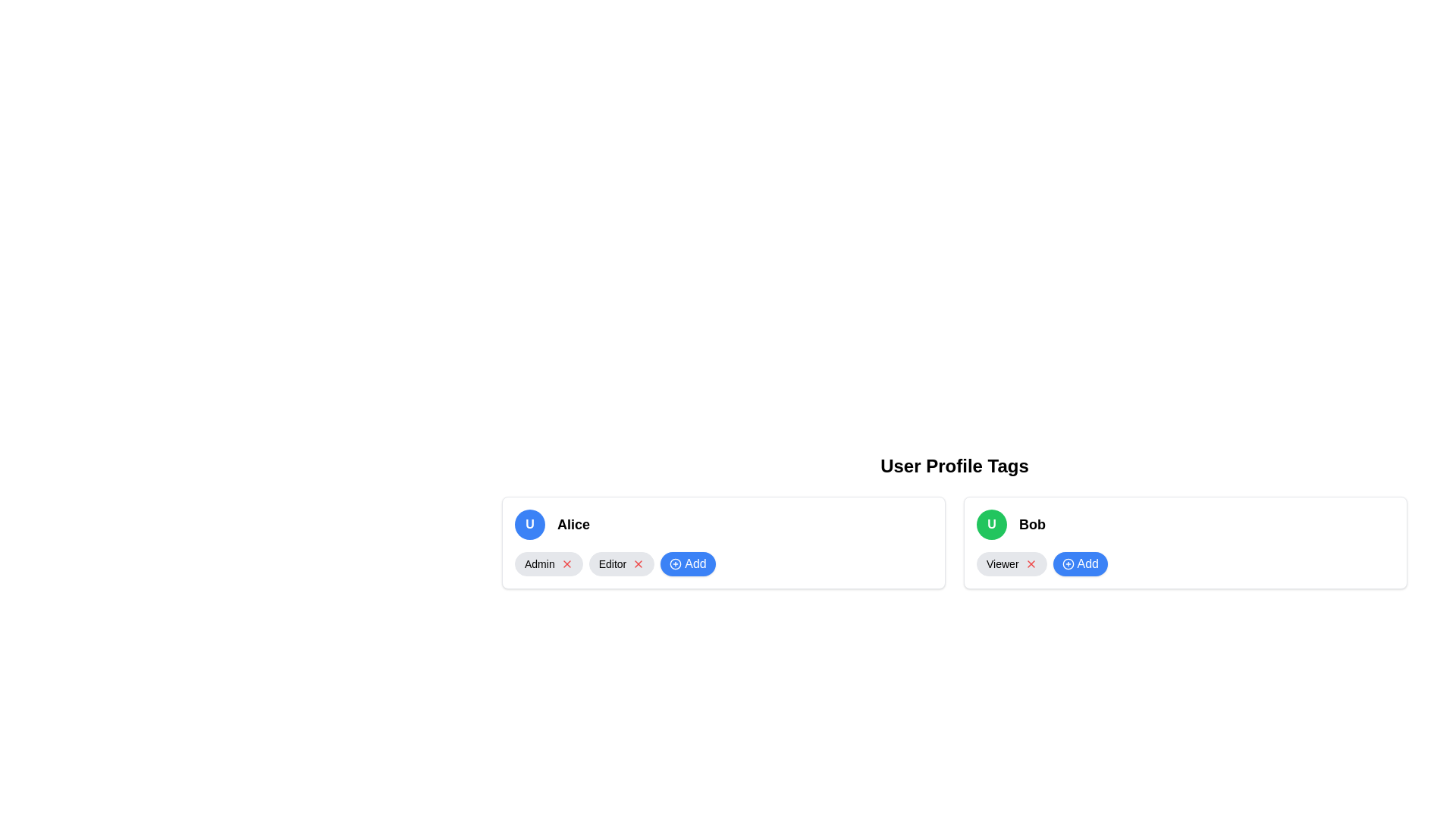 The width and height of the screenshot is (1456, 819). I want to click on the circular '+' icon inside the 'Add' button, which is part of the user profile tag interface, so click(675, 564).